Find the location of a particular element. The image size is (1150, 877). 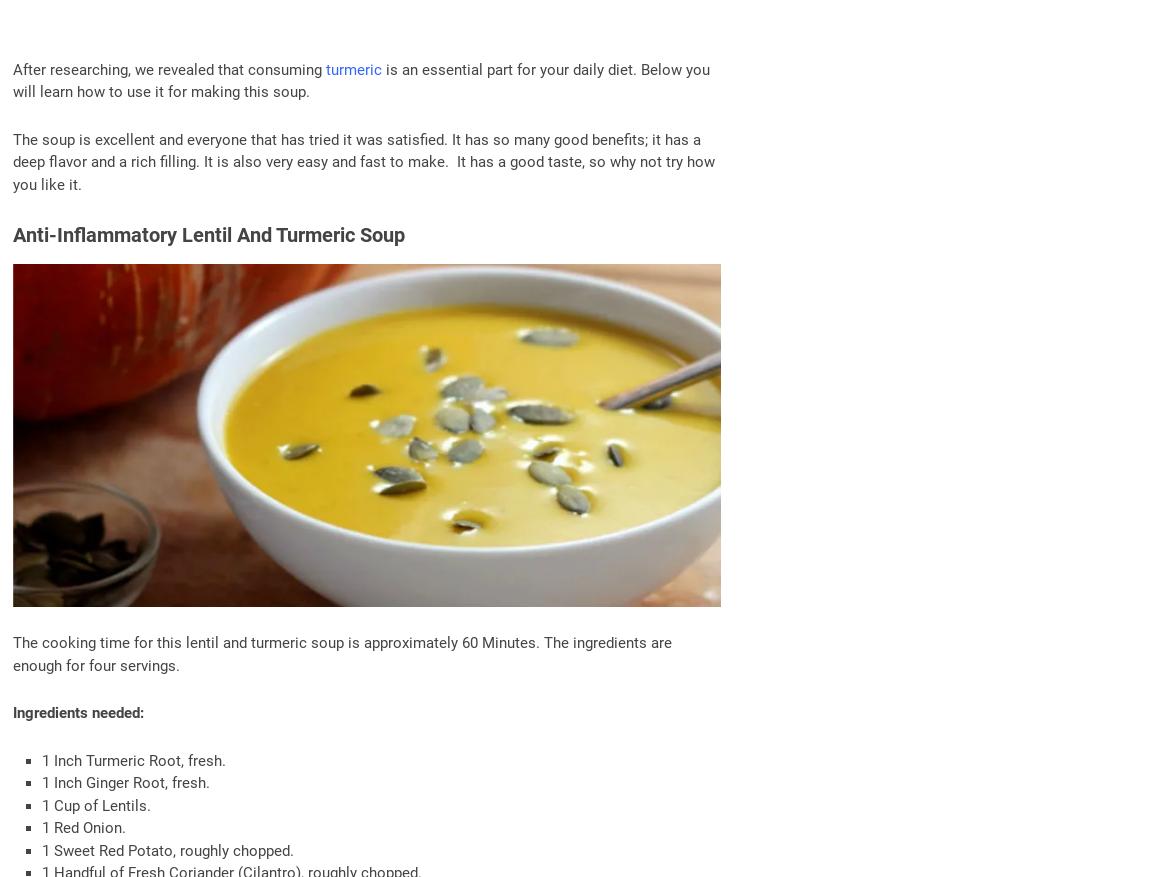

'1 Cup of Lentils.' is located at coordinates (94, 803).